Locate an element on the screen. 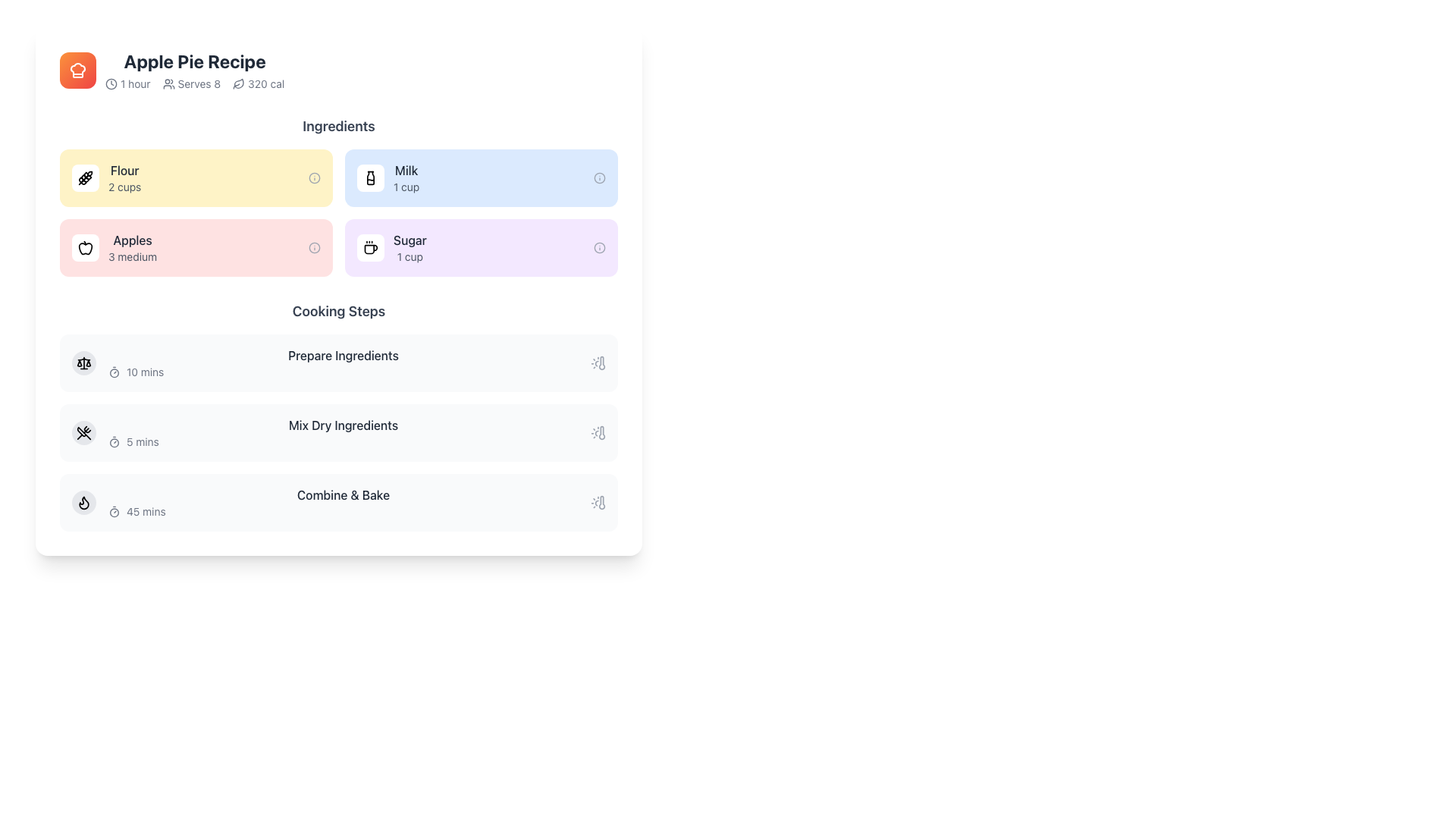 This screenshot has height=819, width=1456. the Information icon, which is a small gray circular icon with an 'i', located at the rightmost margin of the yellow ingredient card labeled 'Flour 2 cups' is located at coordinates (313, 177).